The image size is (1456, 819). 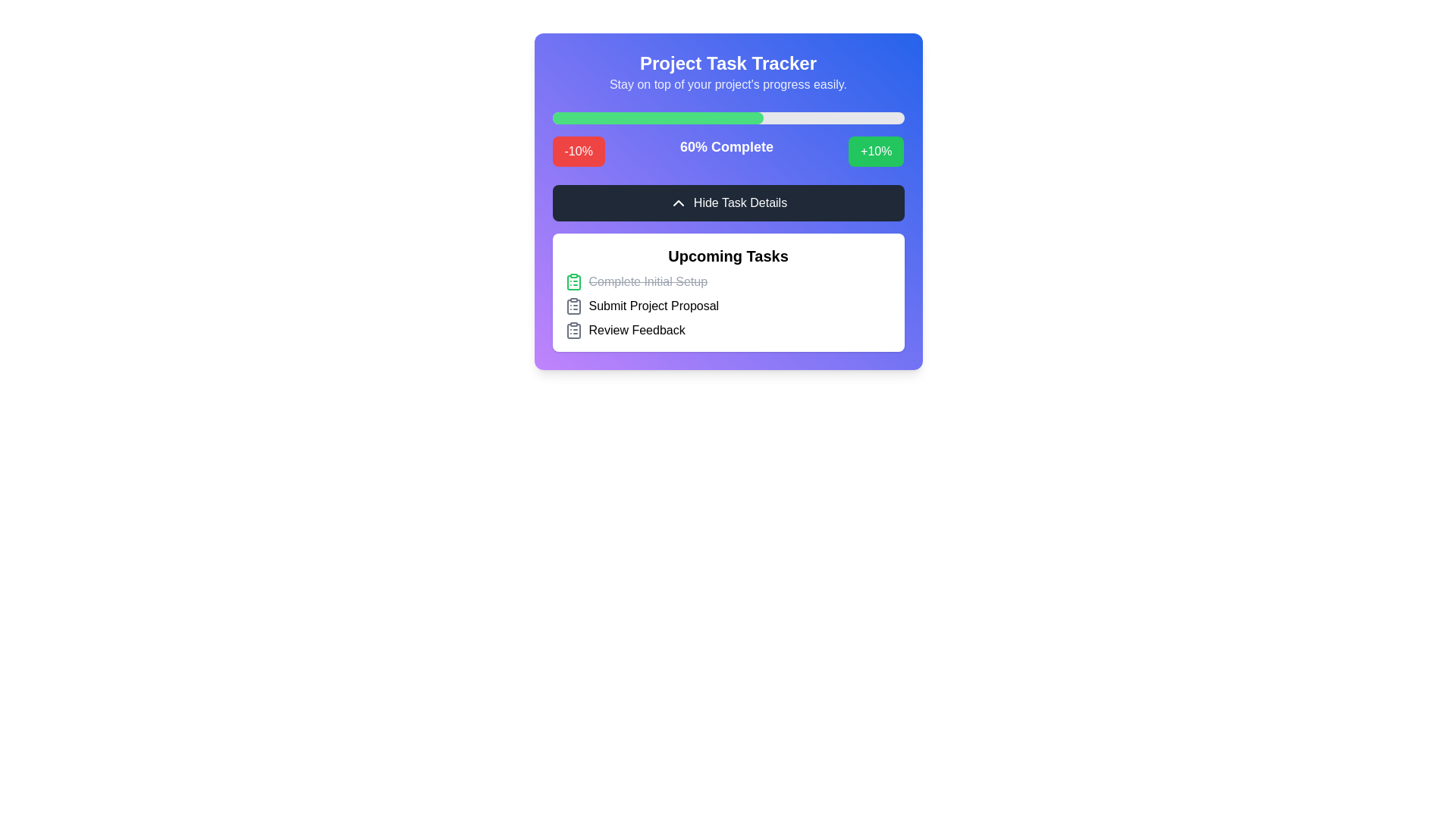 I want to click on the completed task Text label located as the first item in the 'Upcoming Tasks' list below the progress bar section, so click(x=648, y=281).